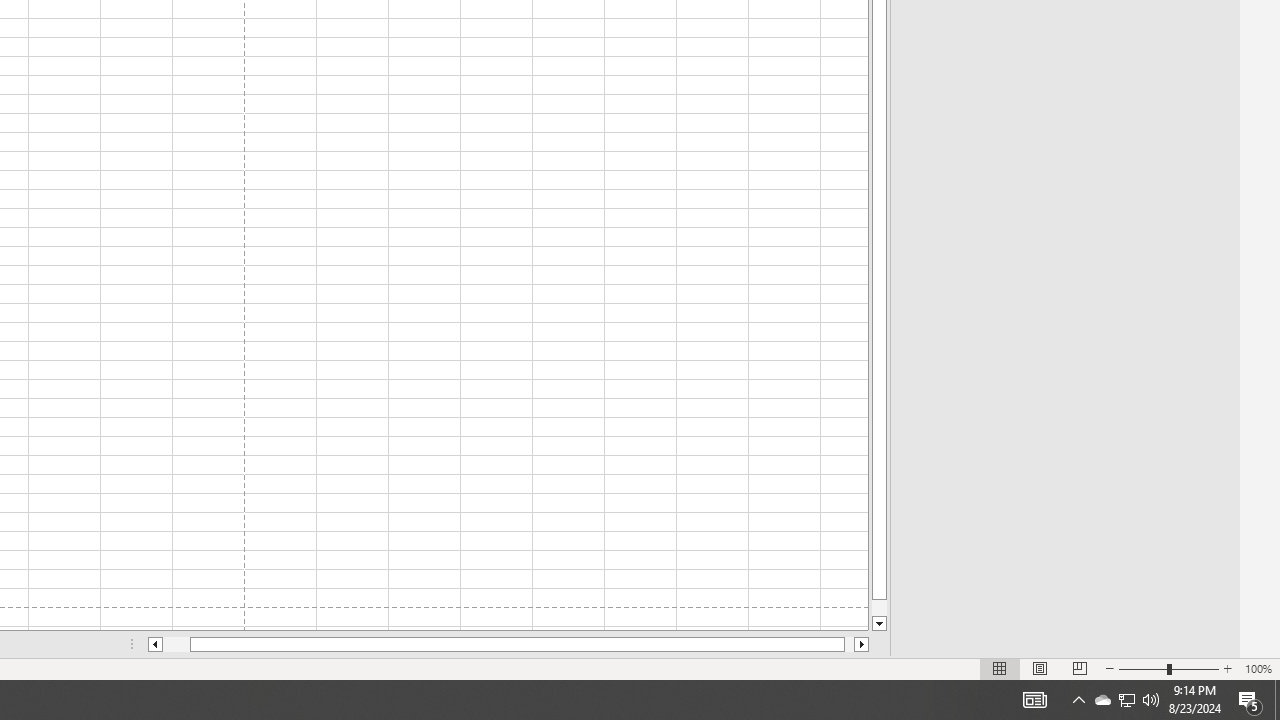 Image resolution: width=1280 pixels, height=720 pixels. Describe the element at coordinates (879, 623) in the screenshot. I see `'Line down'` at that location.